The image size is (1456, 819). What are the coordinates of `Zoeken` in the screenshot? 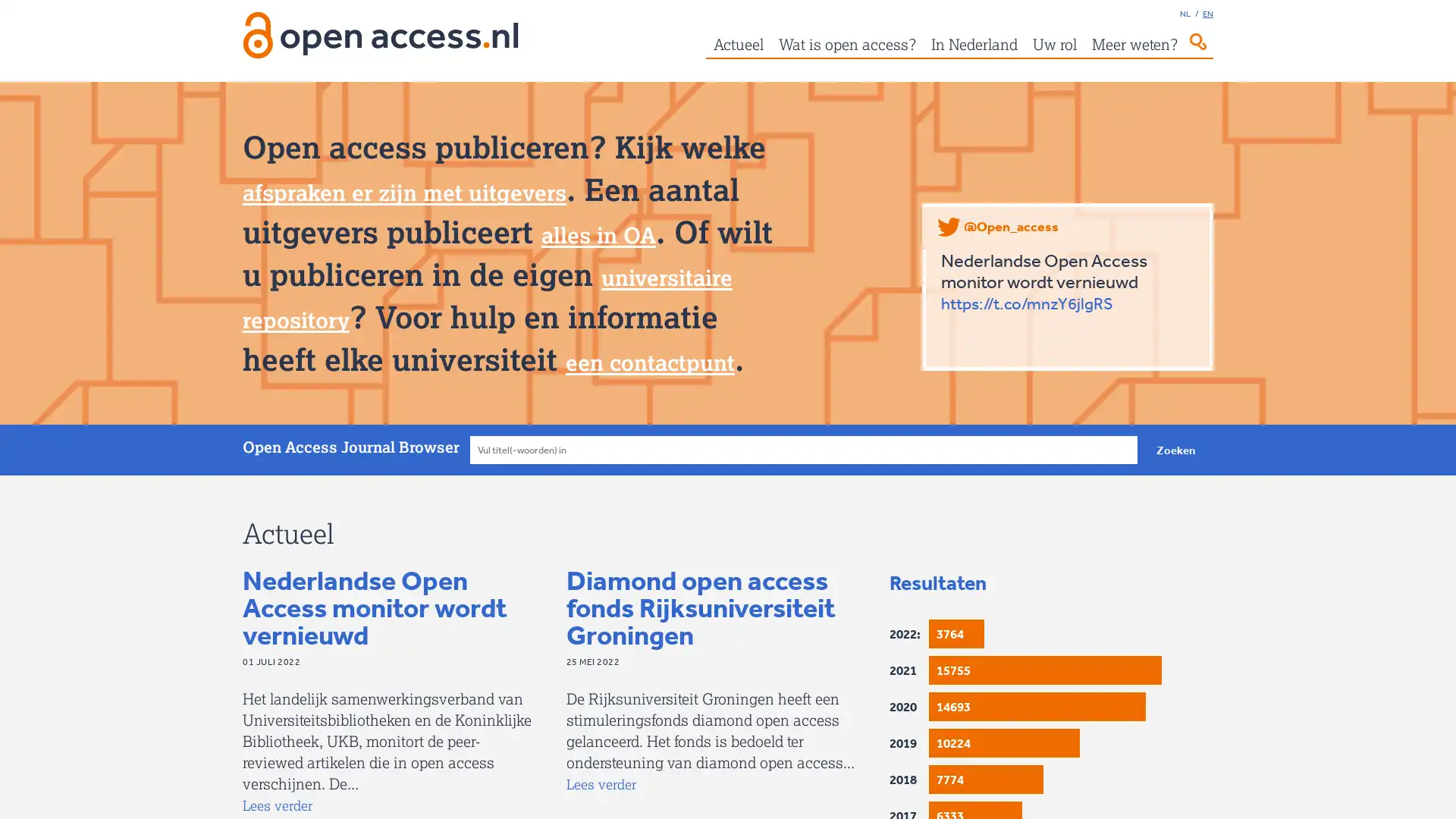 It's located at (1175, 488).